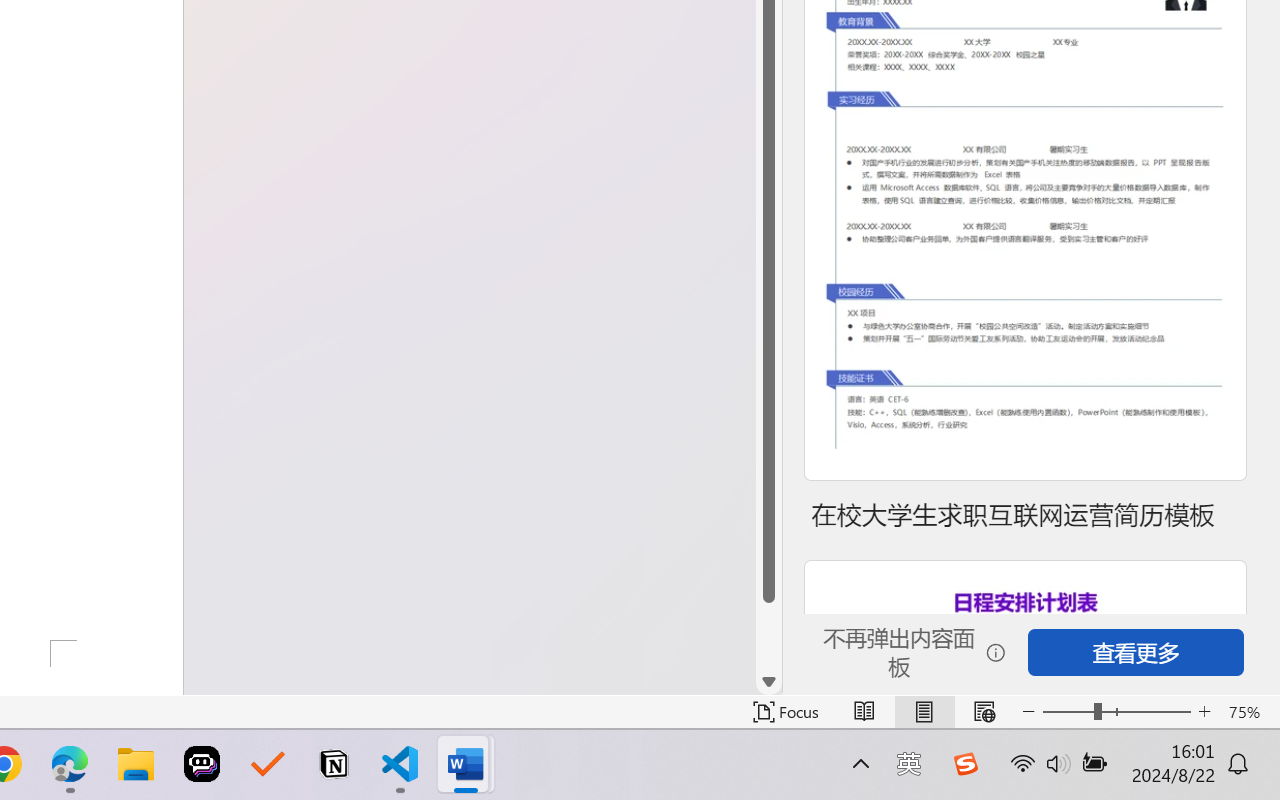 The image size is (1280, 800). What do you see at coordinates (864, 711) in the screenshot?
I see `'Read Mode'` at bounding box center [864, 711].